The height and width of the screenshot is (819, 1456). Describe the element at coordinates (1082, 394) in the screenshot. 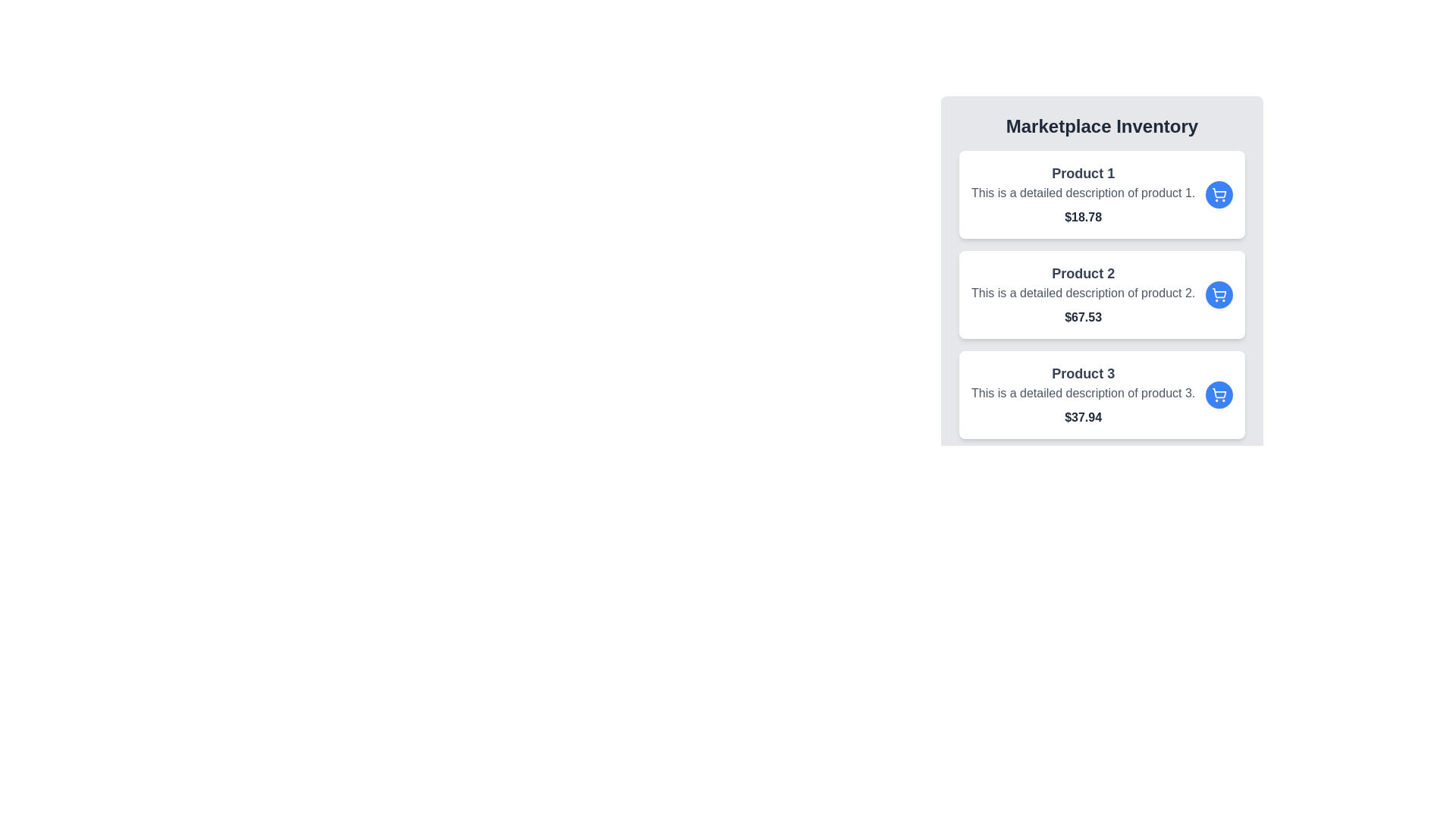

I see `description text of the Text block labeled 'Product 3', which states 'This is a detailed description of product 3.'` at that location.